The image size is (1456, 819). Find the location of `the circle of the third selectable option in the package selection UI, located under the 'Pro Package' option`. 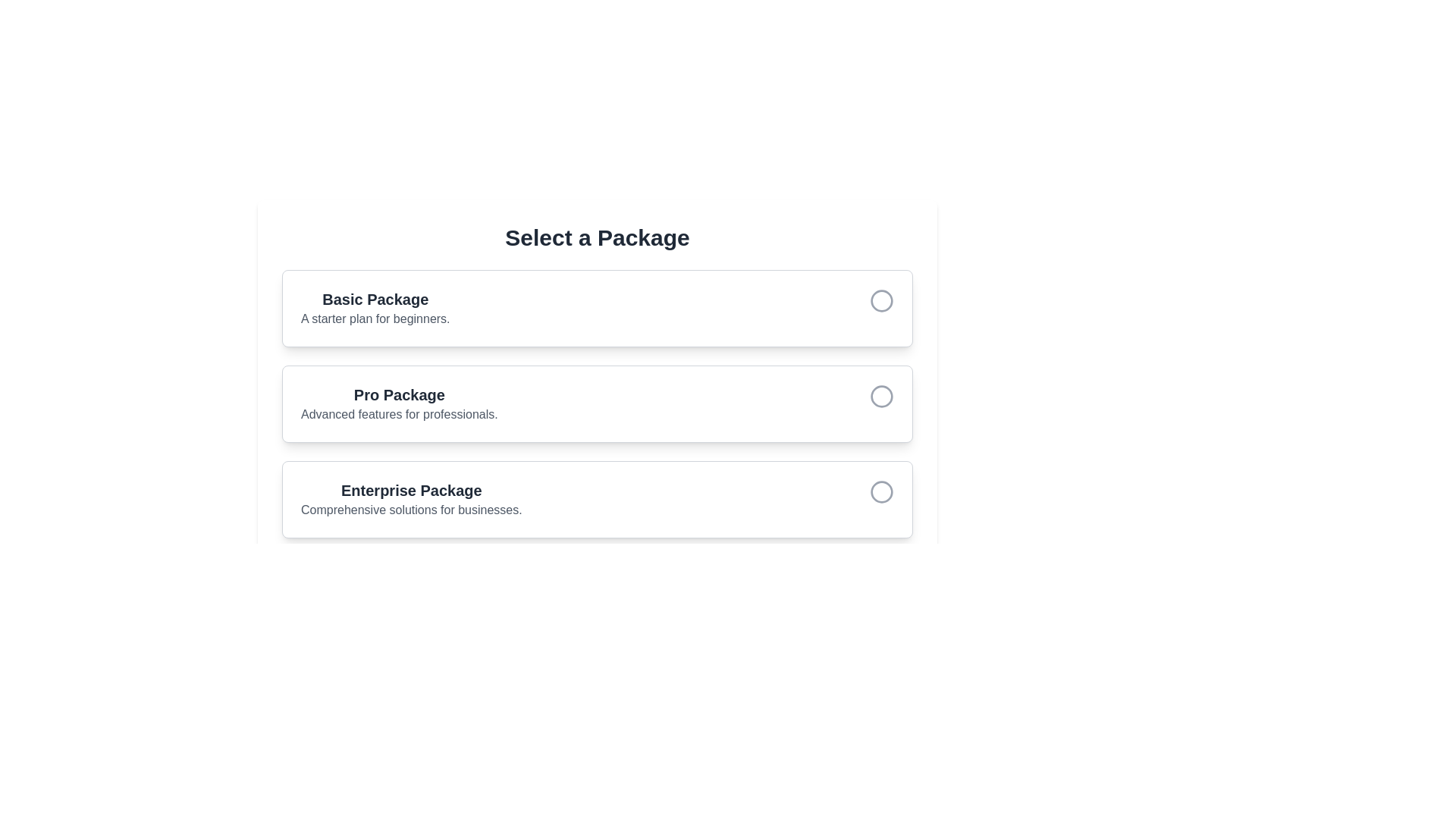

the circle of the third selectable option in the package selection UI, located under the 'Pro Package' option is located at coordinates (596, 500).